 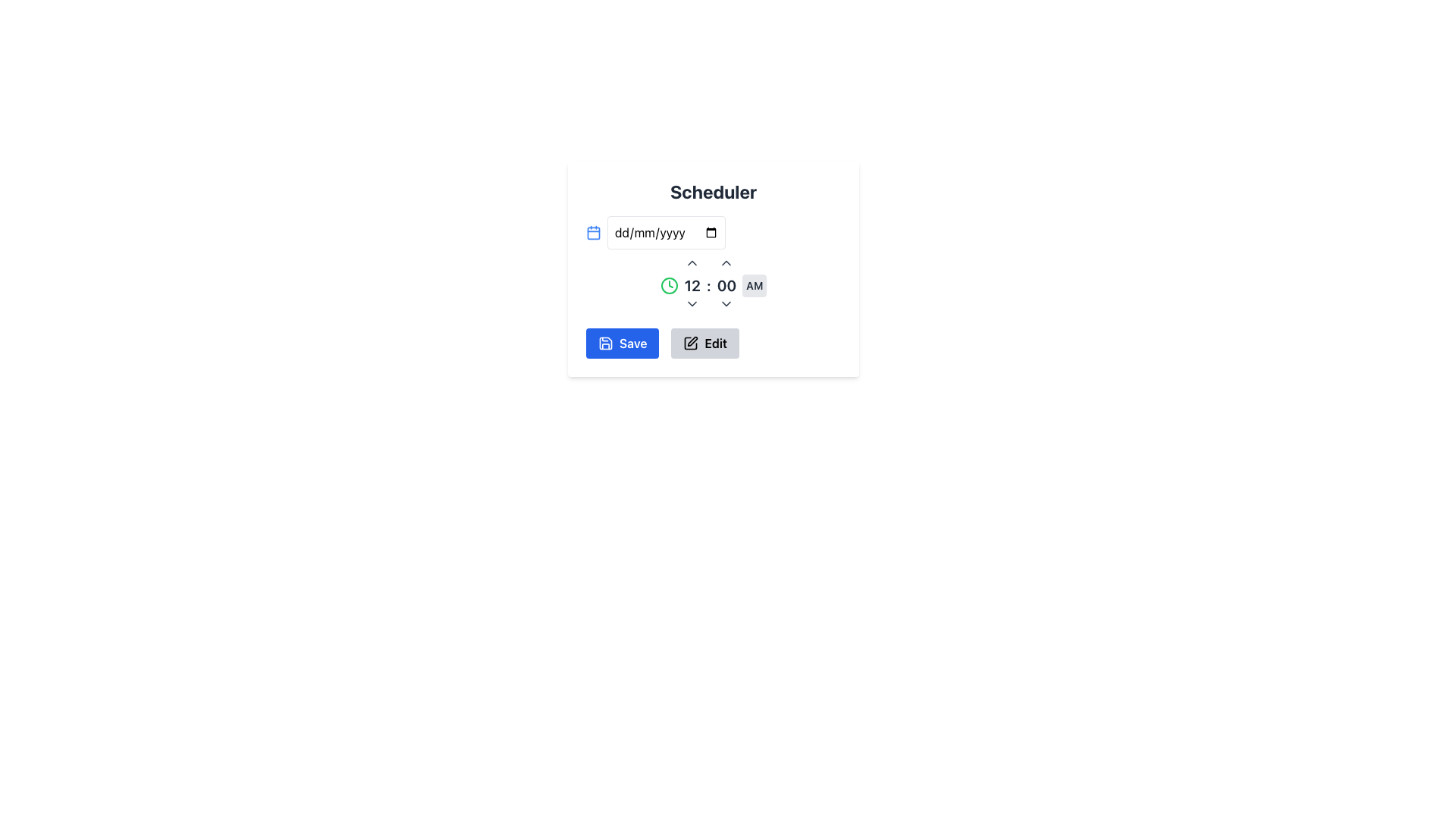 I want to click on the rectangular button labeled 'AM' with a light gray background and dark gray text, located at the rightmost side of the clock input layout, so click(x=755, y=286).